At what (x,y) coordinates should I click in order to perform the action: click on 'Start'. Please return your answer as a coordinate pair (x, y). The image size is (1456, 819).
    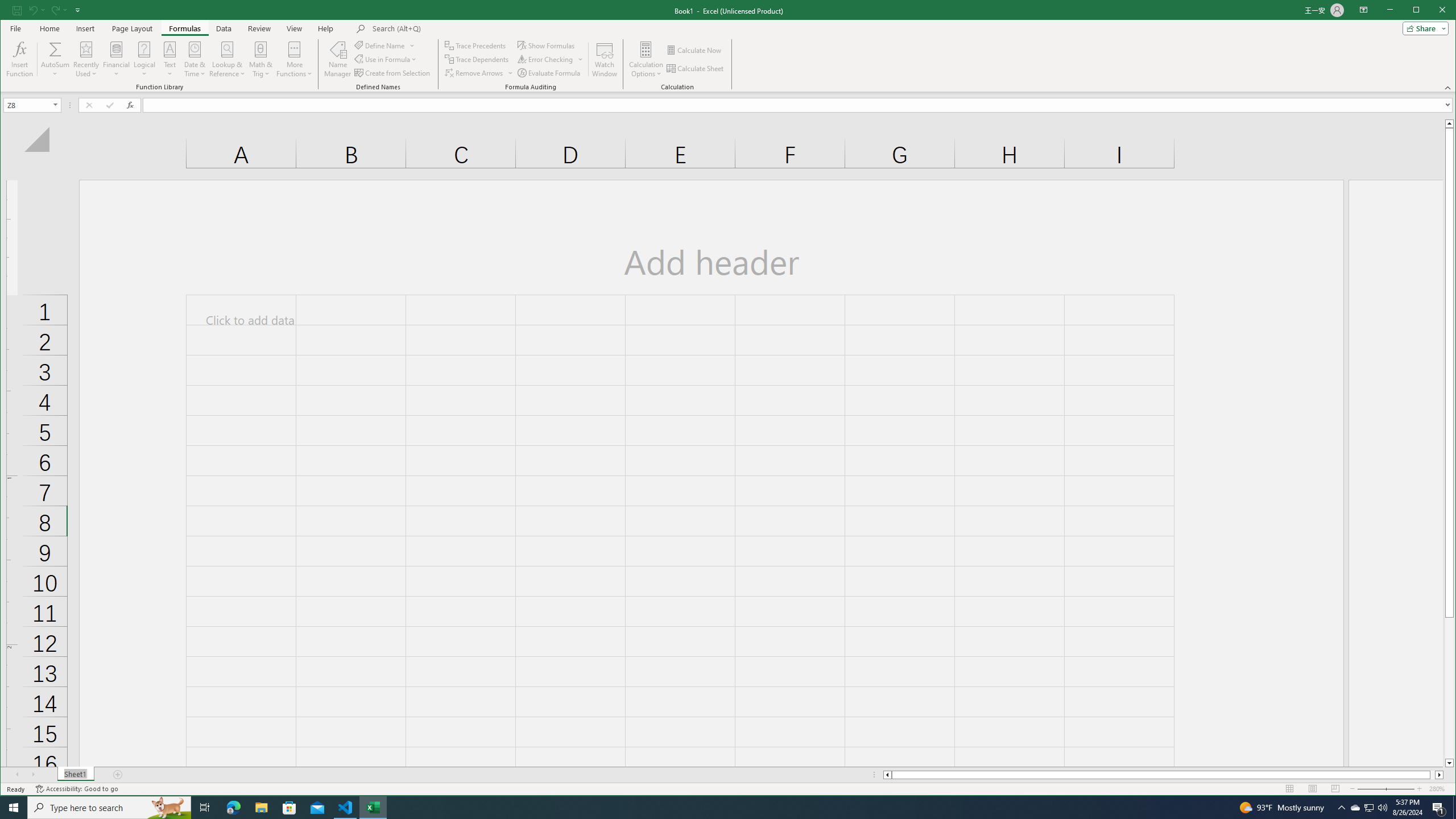
    Looking at the image, I should click on (14, 806).